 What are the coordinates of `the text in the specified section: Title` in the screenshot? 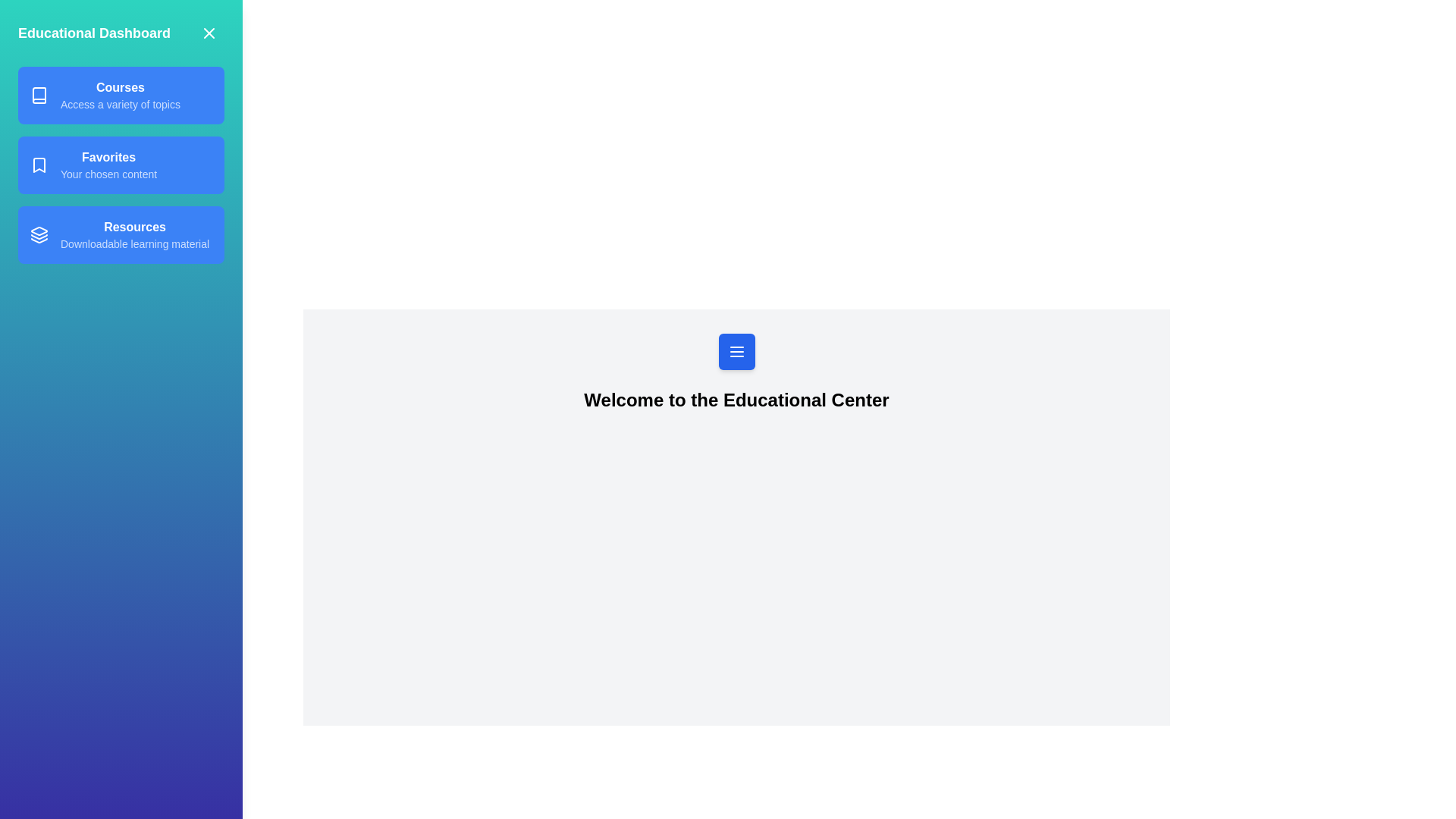 It's located at (120, 33).